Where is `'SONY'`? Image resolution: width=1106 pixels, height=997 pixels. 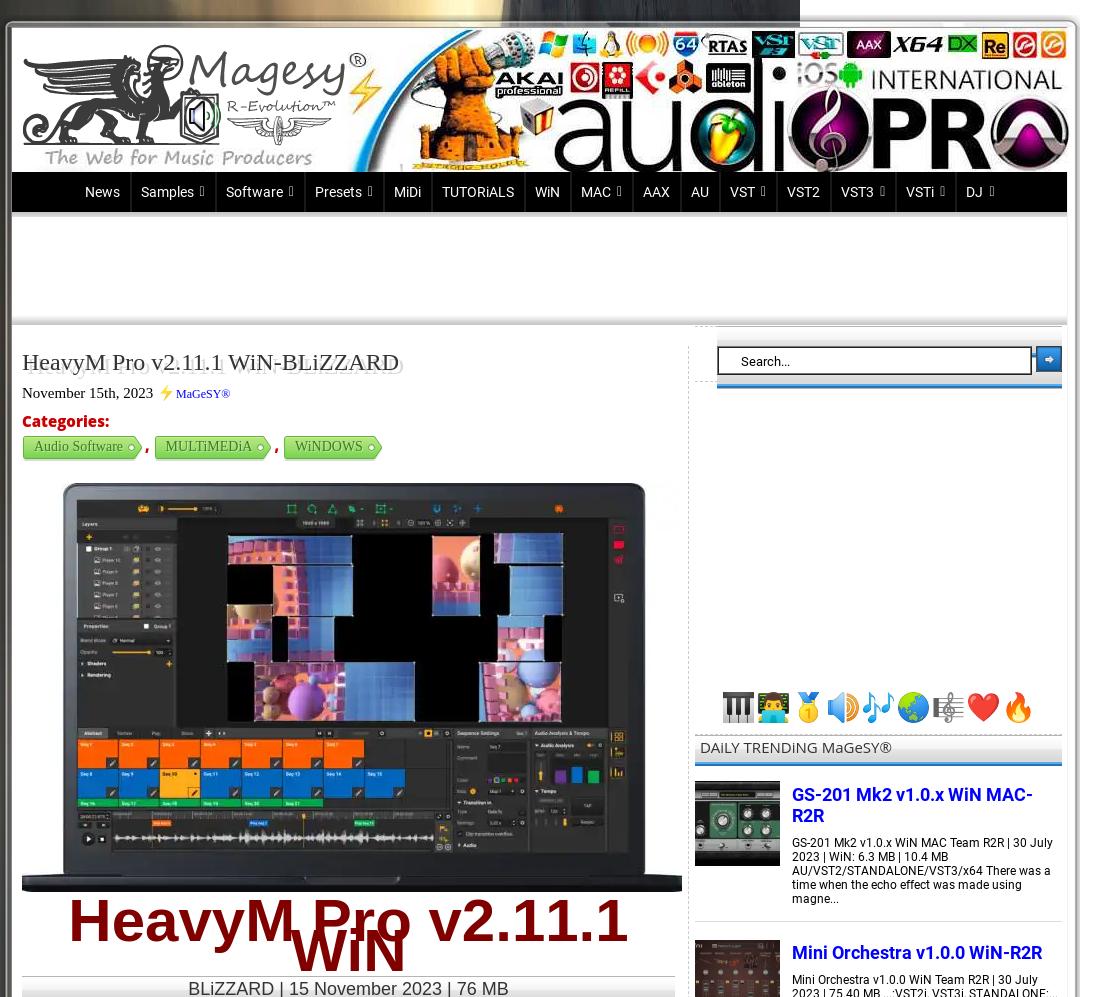 'SONY' is located at coordinates (242, 507).